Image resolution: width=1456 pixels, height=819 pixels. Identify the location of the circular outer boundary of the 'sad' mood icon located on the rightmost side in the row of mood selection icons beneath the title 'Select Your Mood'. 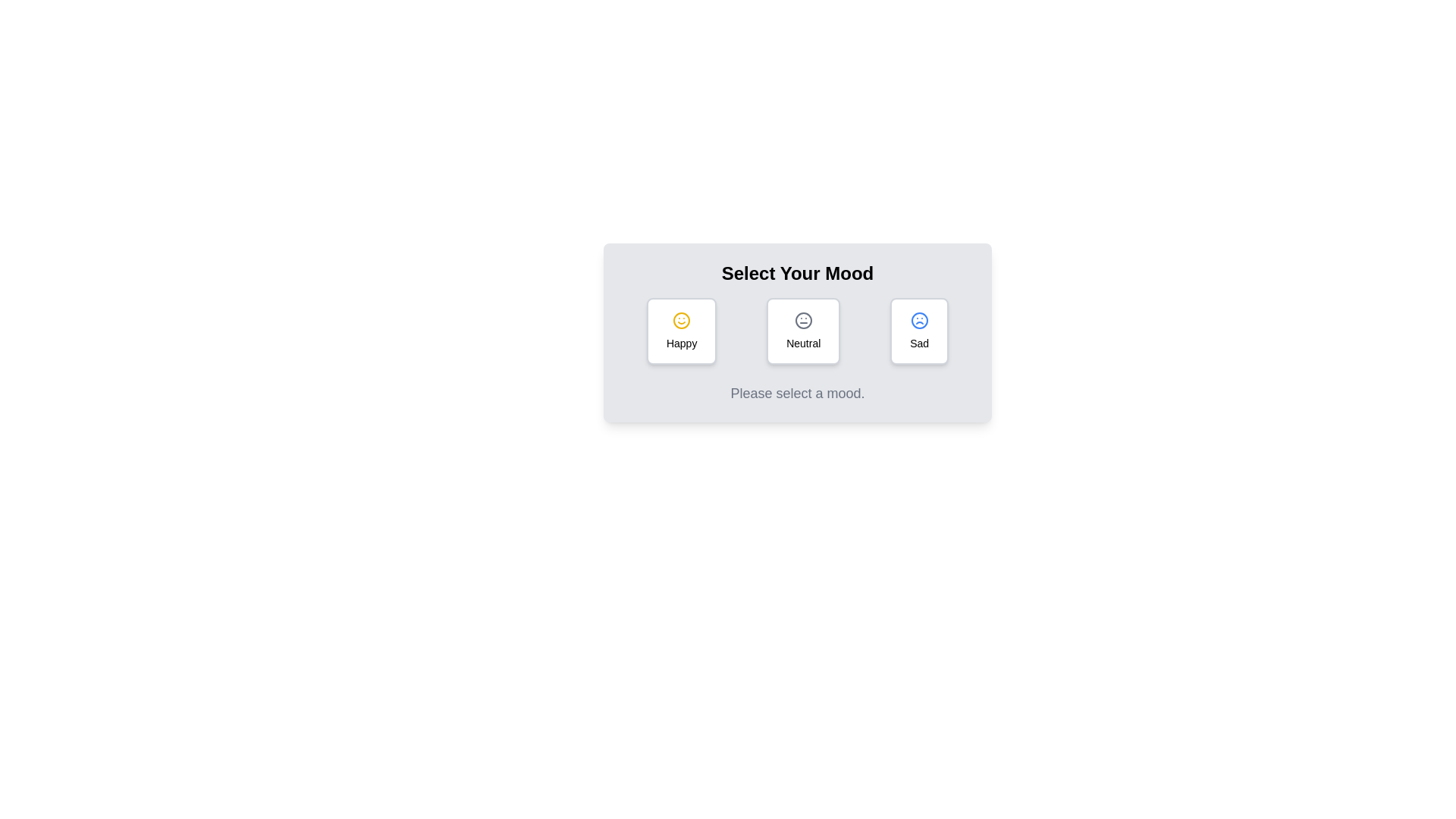
(918, 320).